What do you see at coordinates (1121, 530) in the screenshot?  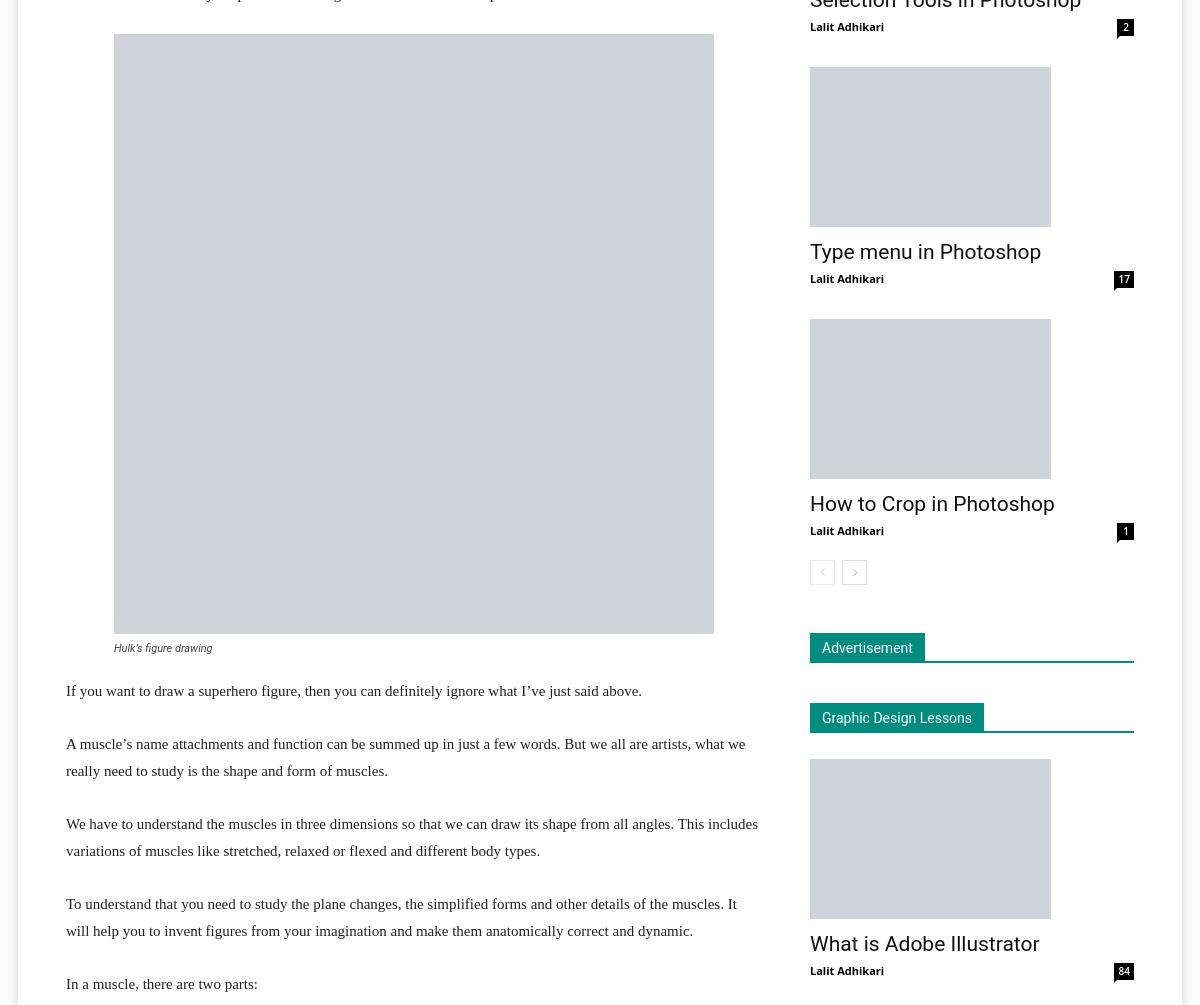 I see `'1'` at bounding box center [1121, 530].